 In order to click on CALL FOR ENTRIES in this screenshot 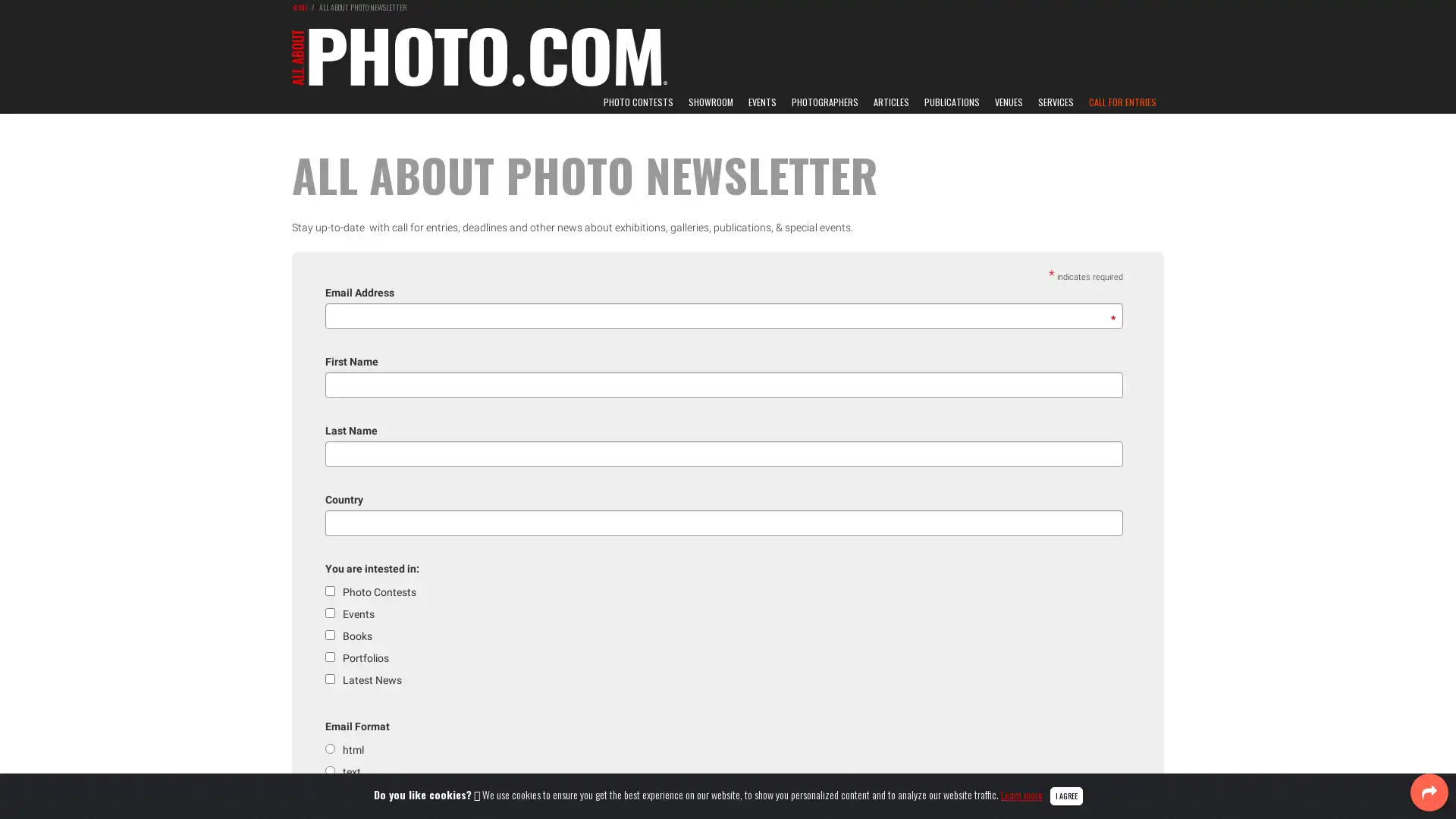, I will do `click(1122, 102)`.